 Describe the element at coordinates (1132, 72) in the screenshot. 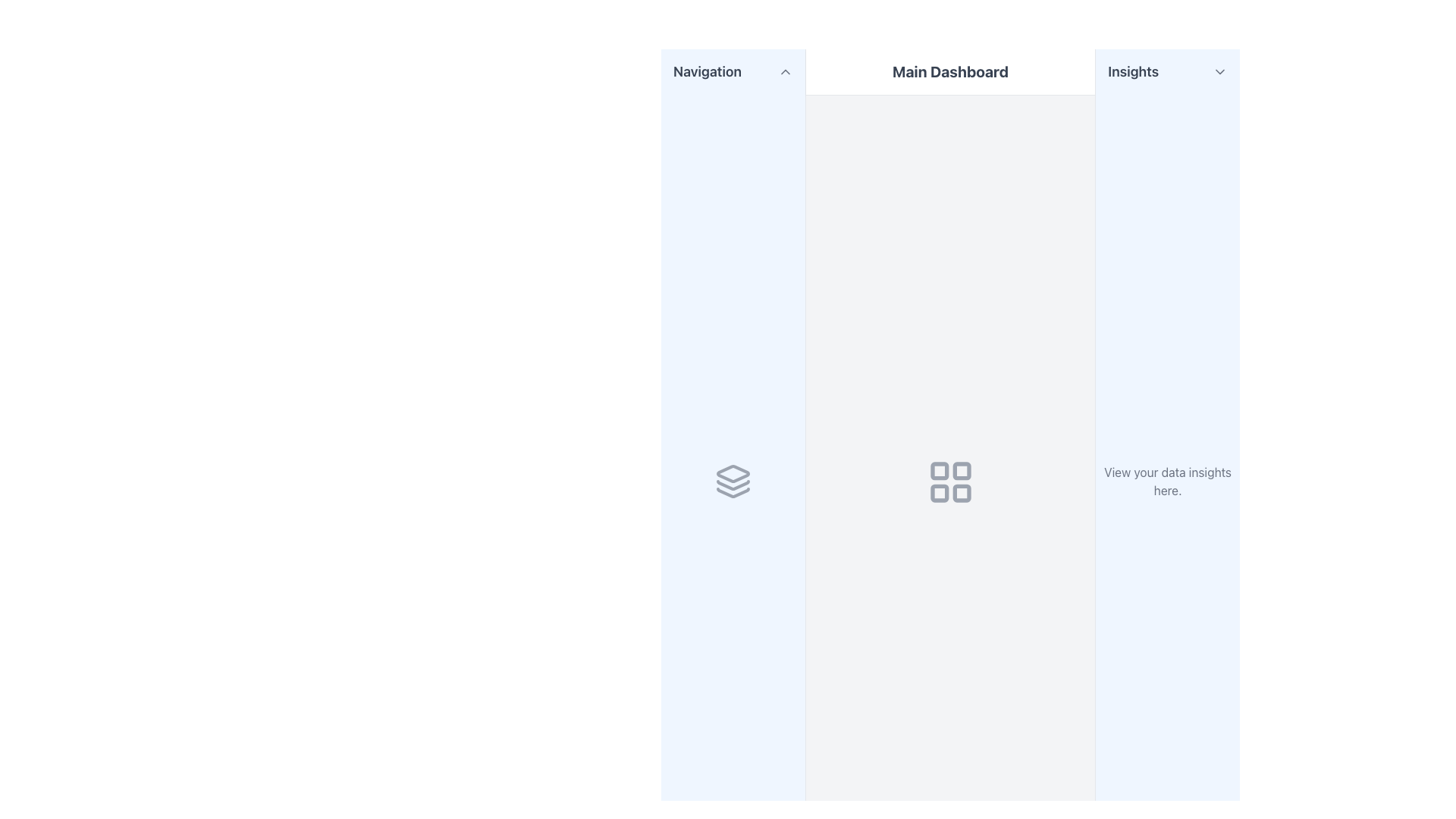

I see `the 'Insights' Static Text Label located in the top-right section of the interface, which is displayed in bold gray font and is positioned to the left of an interactive arrow icon` at that location.